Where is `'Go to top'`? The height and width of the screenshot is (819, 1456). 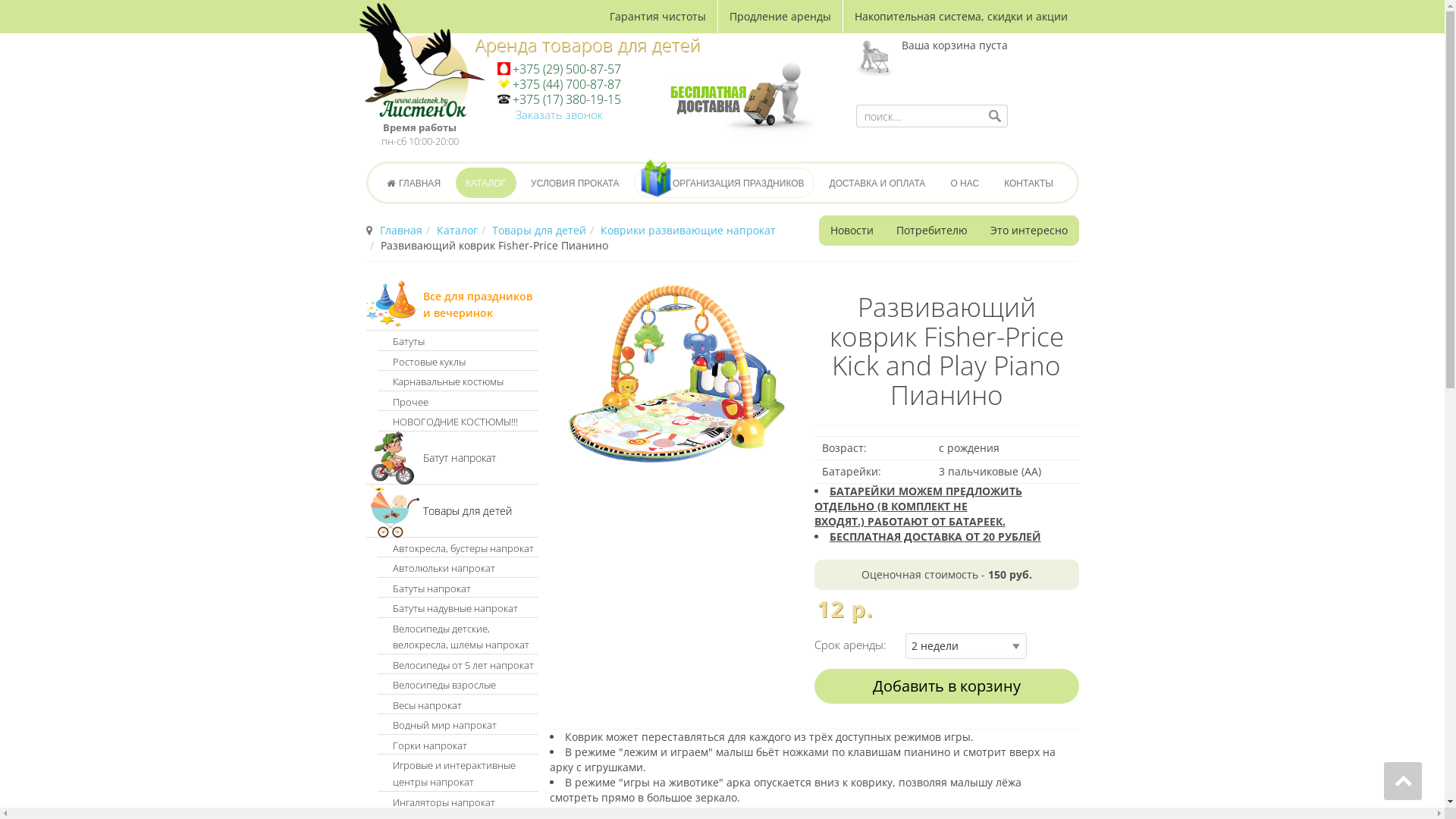
'Go to top' is located at coordinates (1401, 780).